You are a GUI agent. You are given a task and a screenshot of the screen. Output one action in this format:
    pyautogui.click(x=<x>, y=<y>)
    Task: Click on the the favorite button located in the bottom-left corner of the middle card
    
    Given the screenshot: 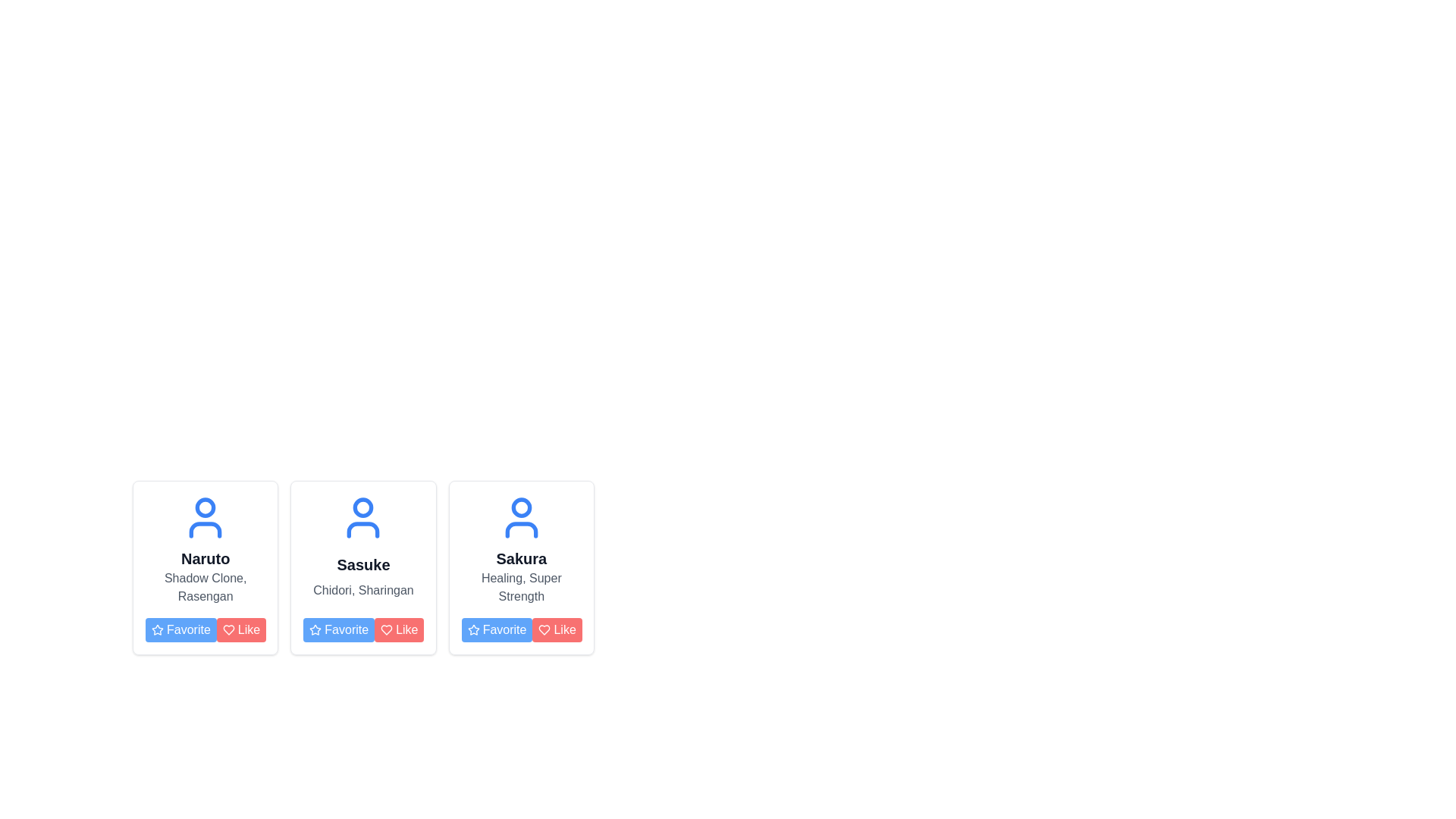 What is the action you would take?
    pyautogui.click(x=338, y=629)
    